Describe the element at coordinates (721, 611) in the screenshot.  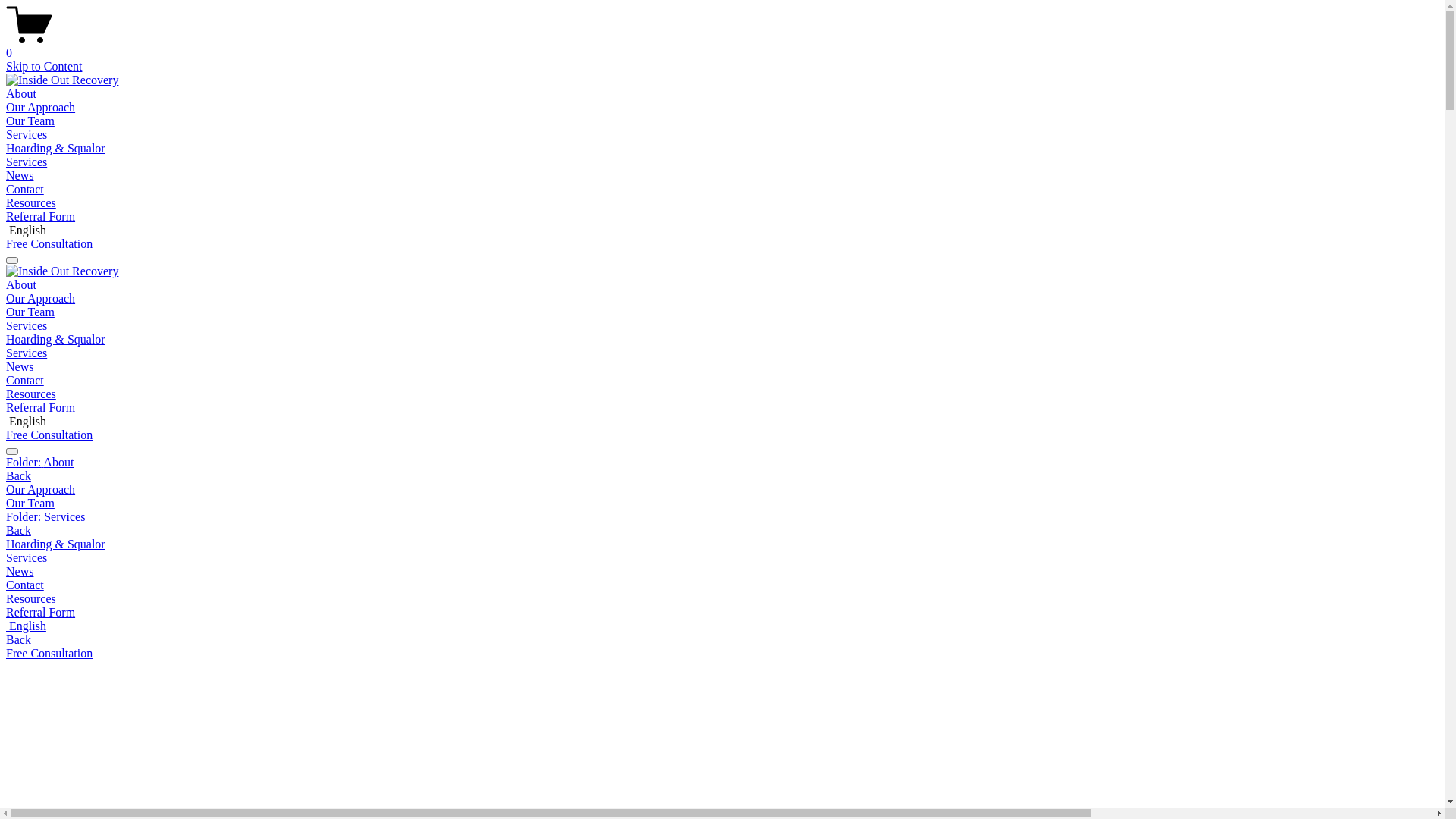
I see `'Referral Form'` at that location.